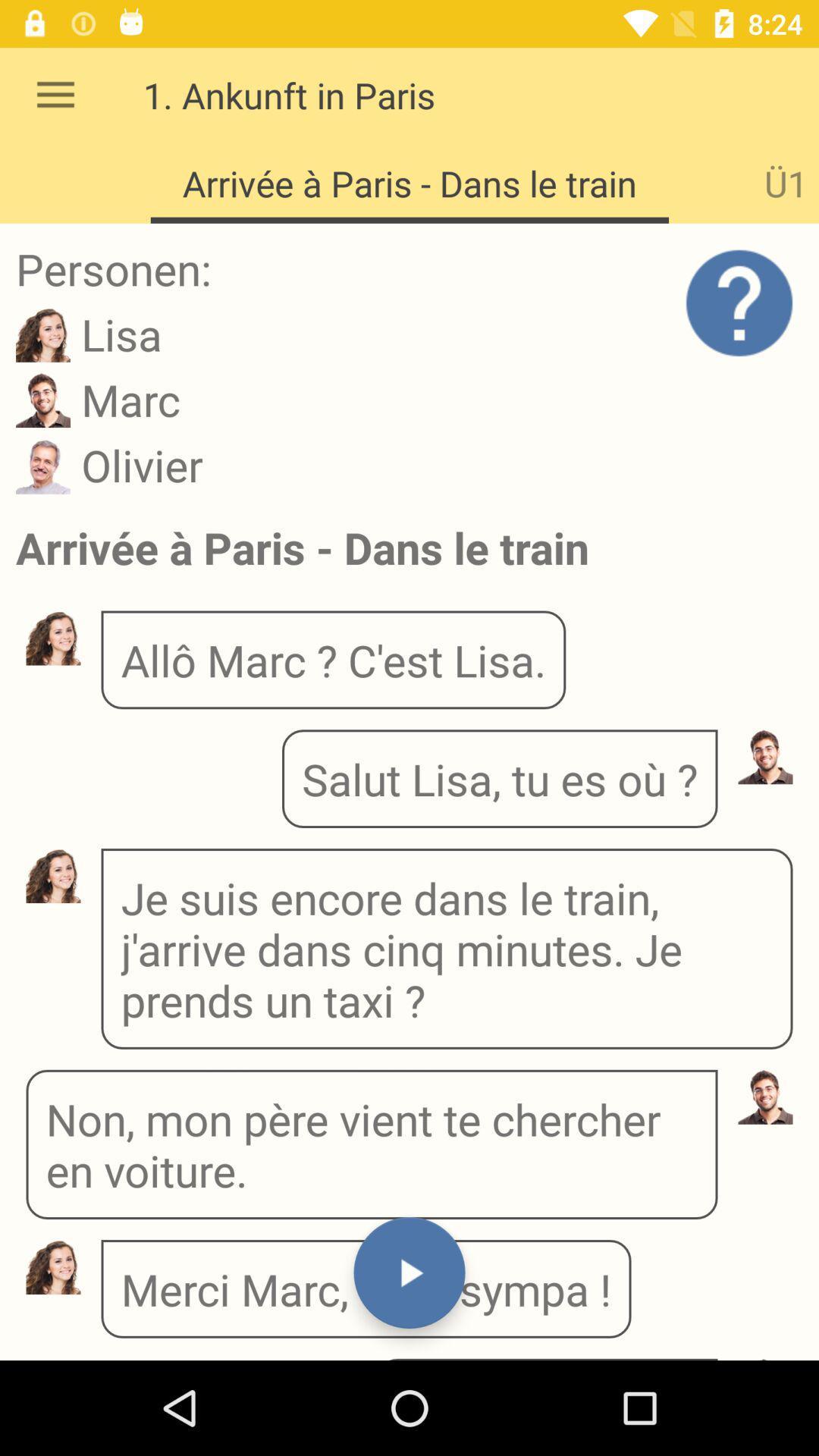  What do you see at coordinates (765, 757) in the screenshot?
I see `the avatar icon` at bounding box center [765, 757].